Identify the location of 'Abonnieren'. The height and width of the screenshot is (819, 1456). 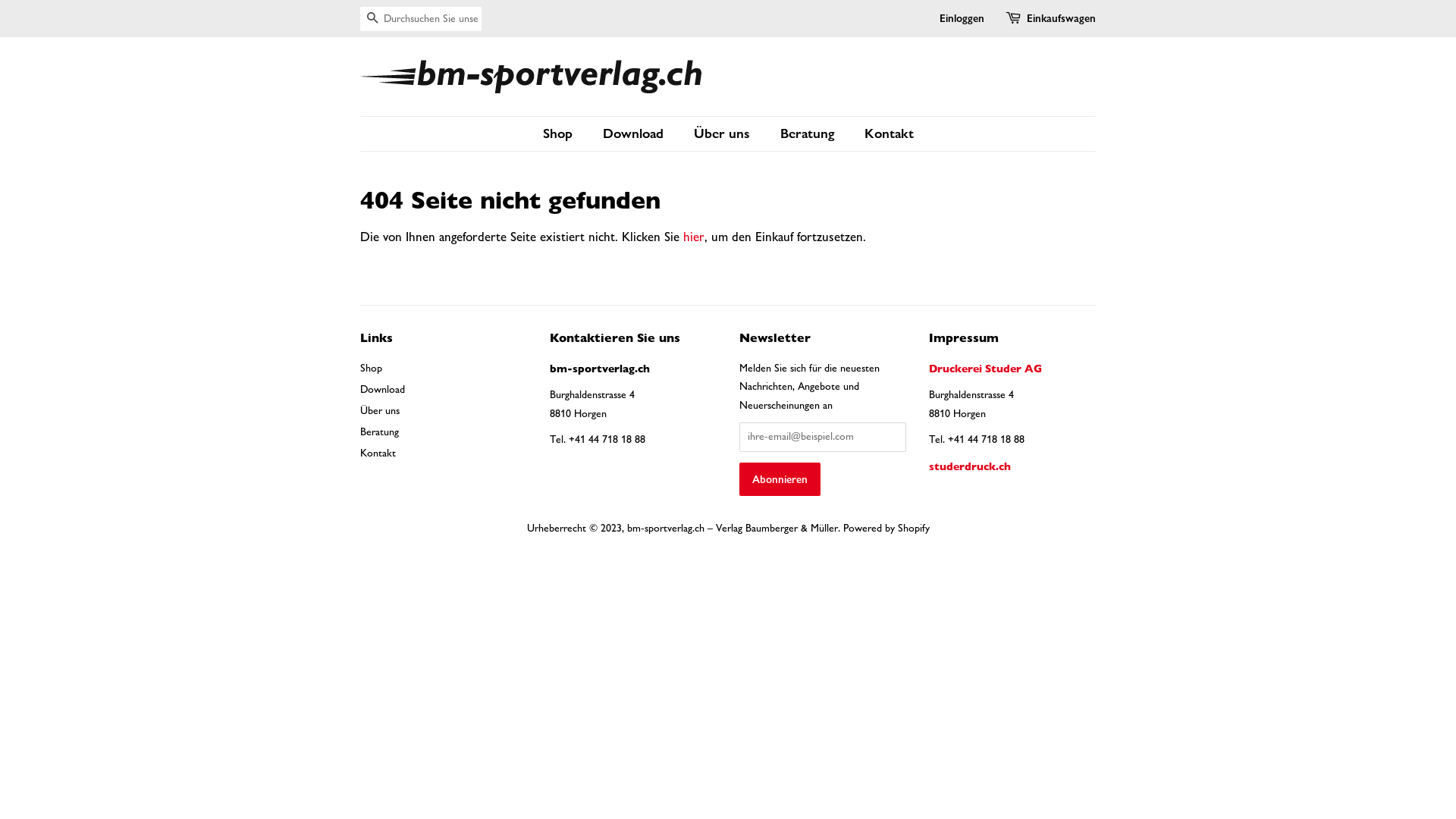
(780, 479).